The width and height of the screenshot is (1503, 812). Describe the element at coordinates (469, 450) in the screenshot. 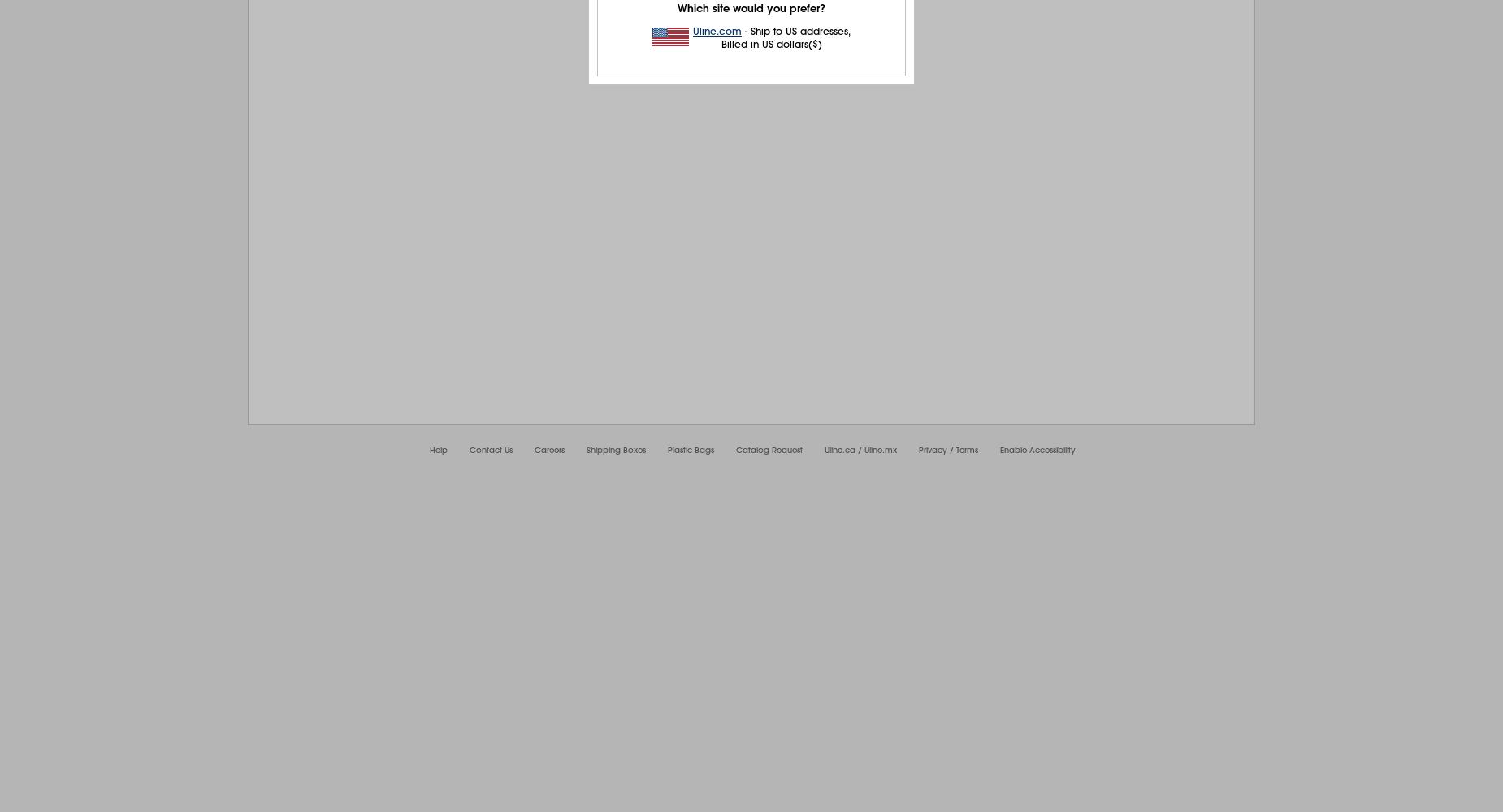

I see `'Contact Us'` at that location.